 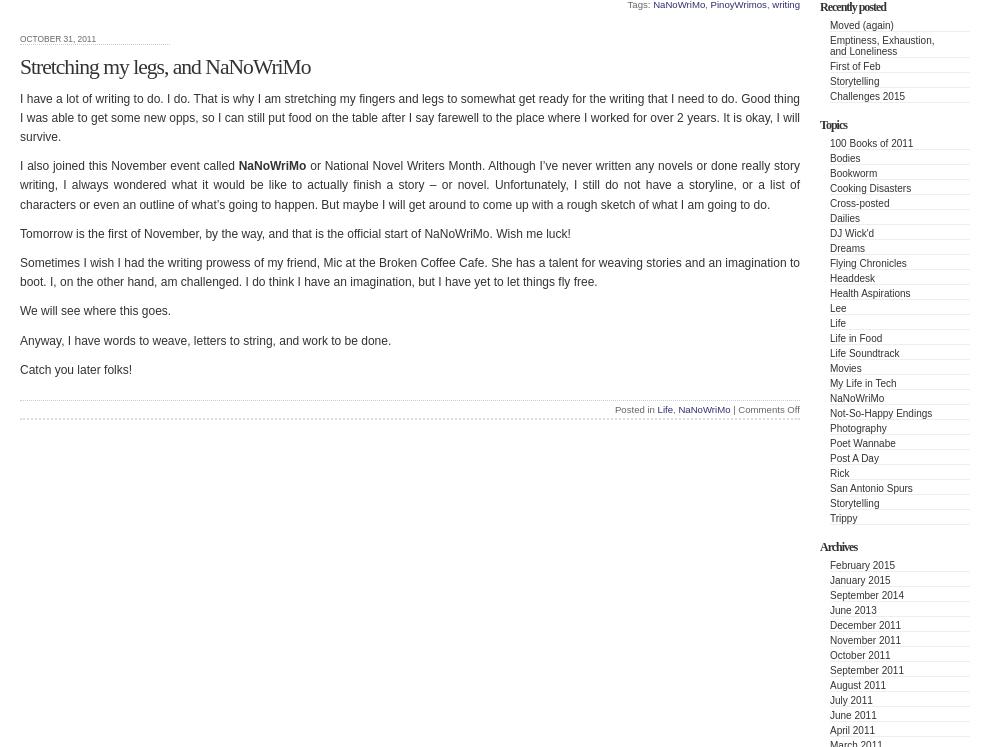 What do you see at coordinates (829, 24) in the screenshot?
I see `'Moved (again)'` at bounding box center [829, 24].